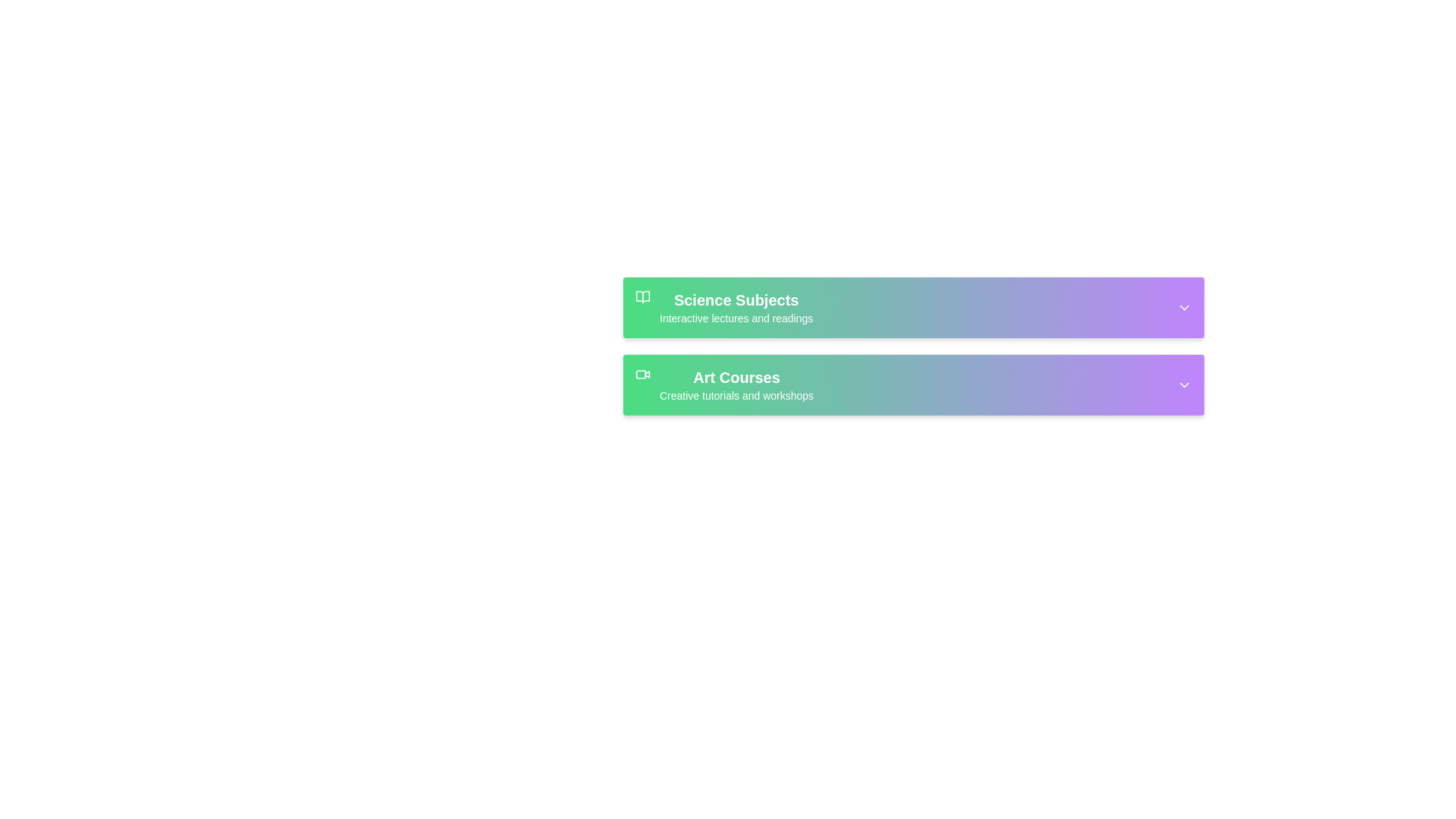  I want to click on text label titled 'Science Subjects' which is prominently displayed at the top of the section with a gradient green-to-purple background, so click(736, 300).